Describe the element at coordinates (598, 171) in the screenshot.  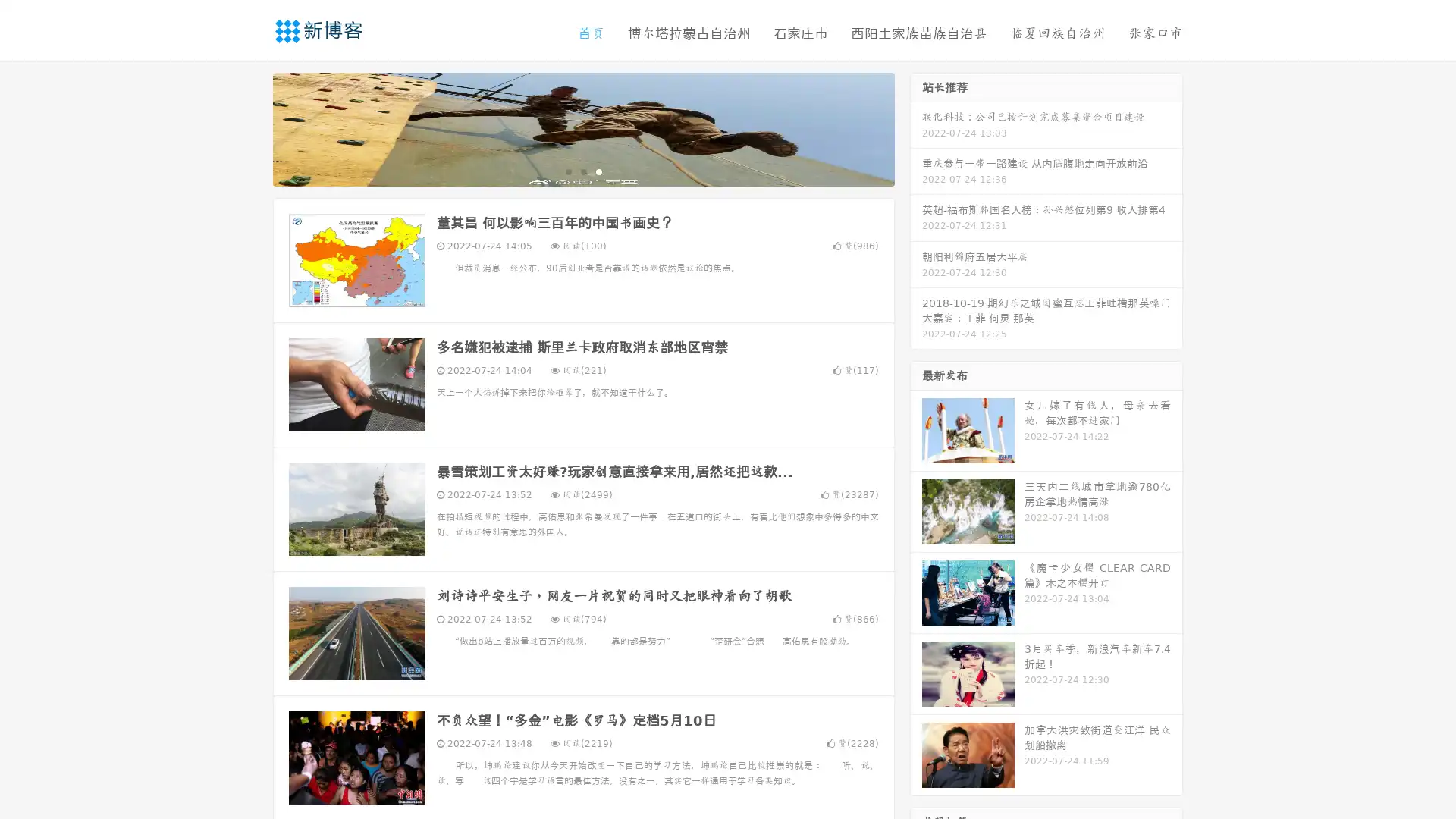
I see `Go to slide 3` at that location.